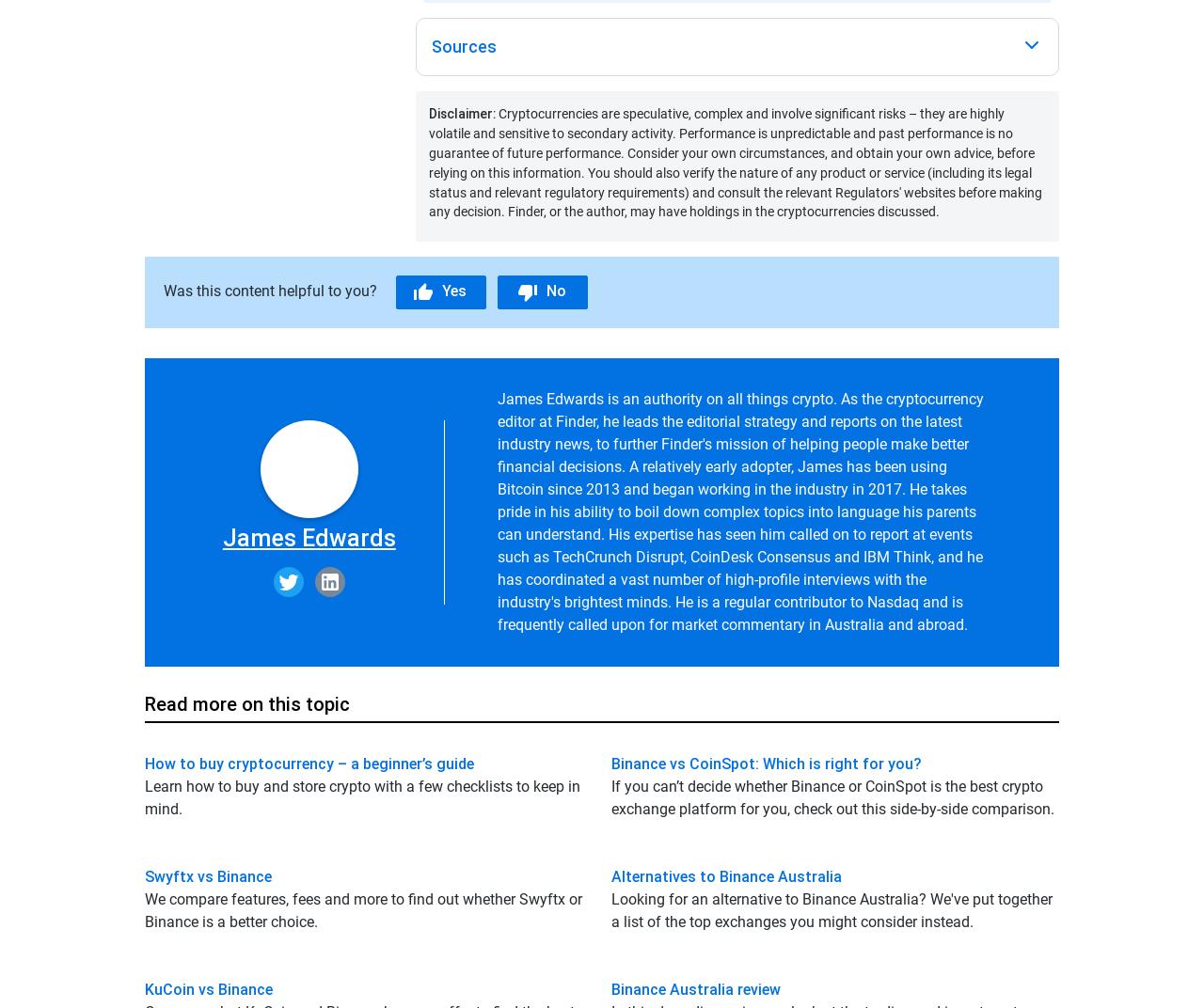 The height and width of the screenshot is (1008, 1204). What do you see at coordinates (309, 762) in the screenshot?
I see `'How to buy cryptocurrency – a beginner’s guide'` at bounding box center [309, 762].